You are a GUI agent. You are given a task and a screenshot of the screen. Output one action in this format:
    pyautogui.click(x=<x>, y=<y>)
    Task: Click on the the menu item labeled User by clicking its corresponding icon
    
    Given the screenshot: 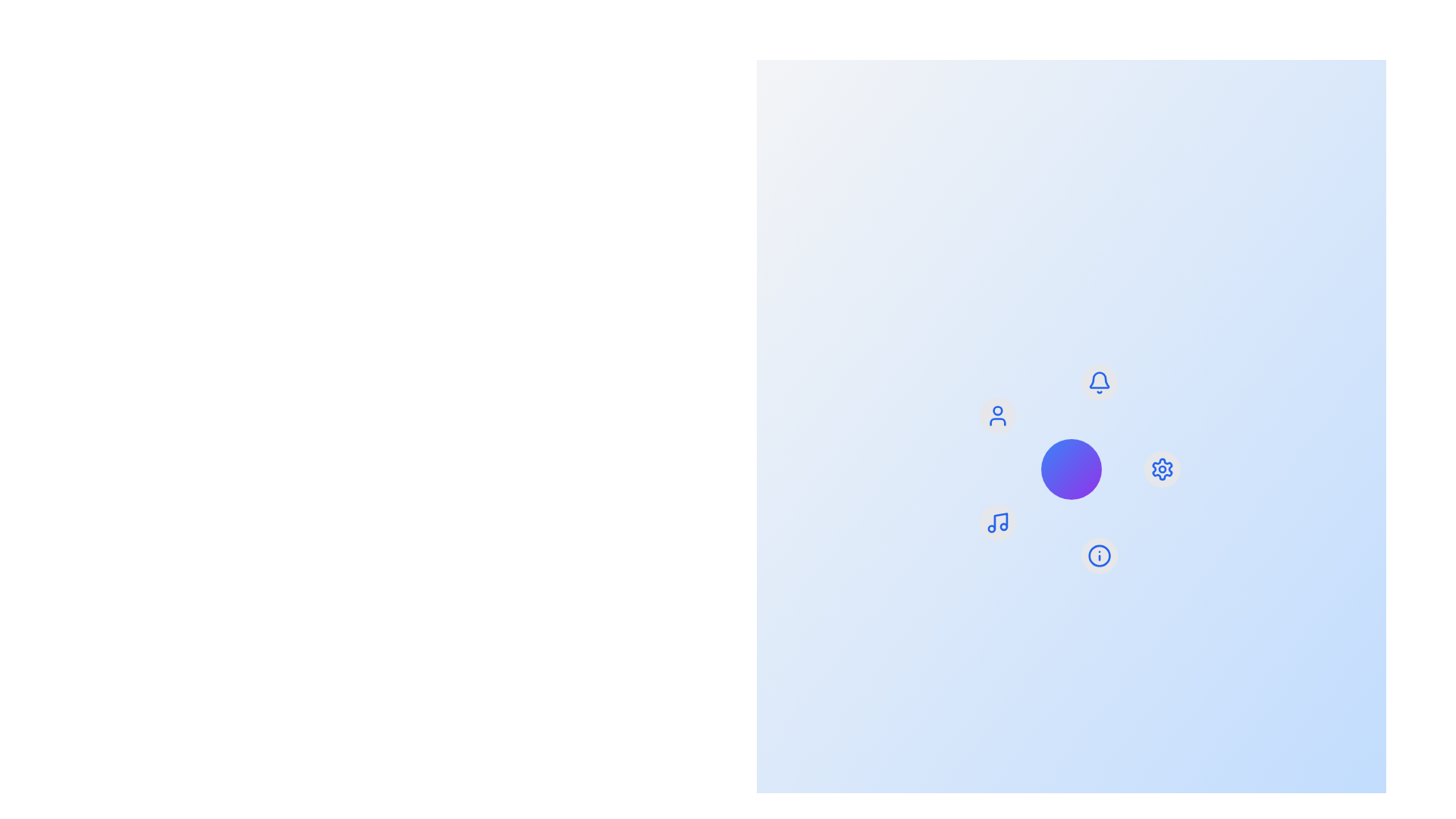 What is the action you would take?
    pyautogui.click(x=997, y=415)
    